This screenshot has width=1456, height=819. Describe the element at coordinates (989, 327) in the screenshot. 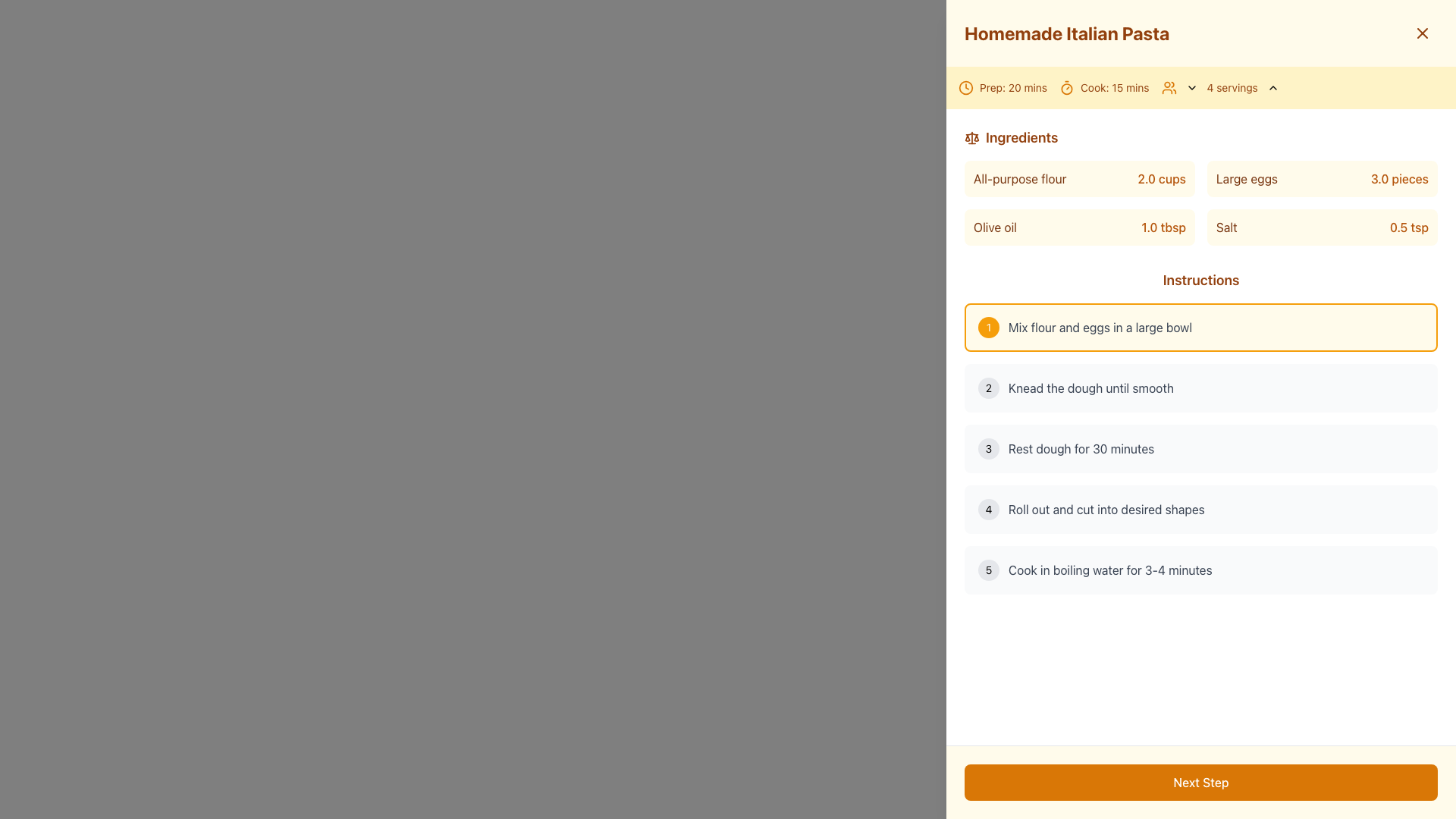

I see `the associated instruction step by clicking on the step indicator for step 1, which is visually marked in the top portion of the instruction list with a yellow border and background` at that location.